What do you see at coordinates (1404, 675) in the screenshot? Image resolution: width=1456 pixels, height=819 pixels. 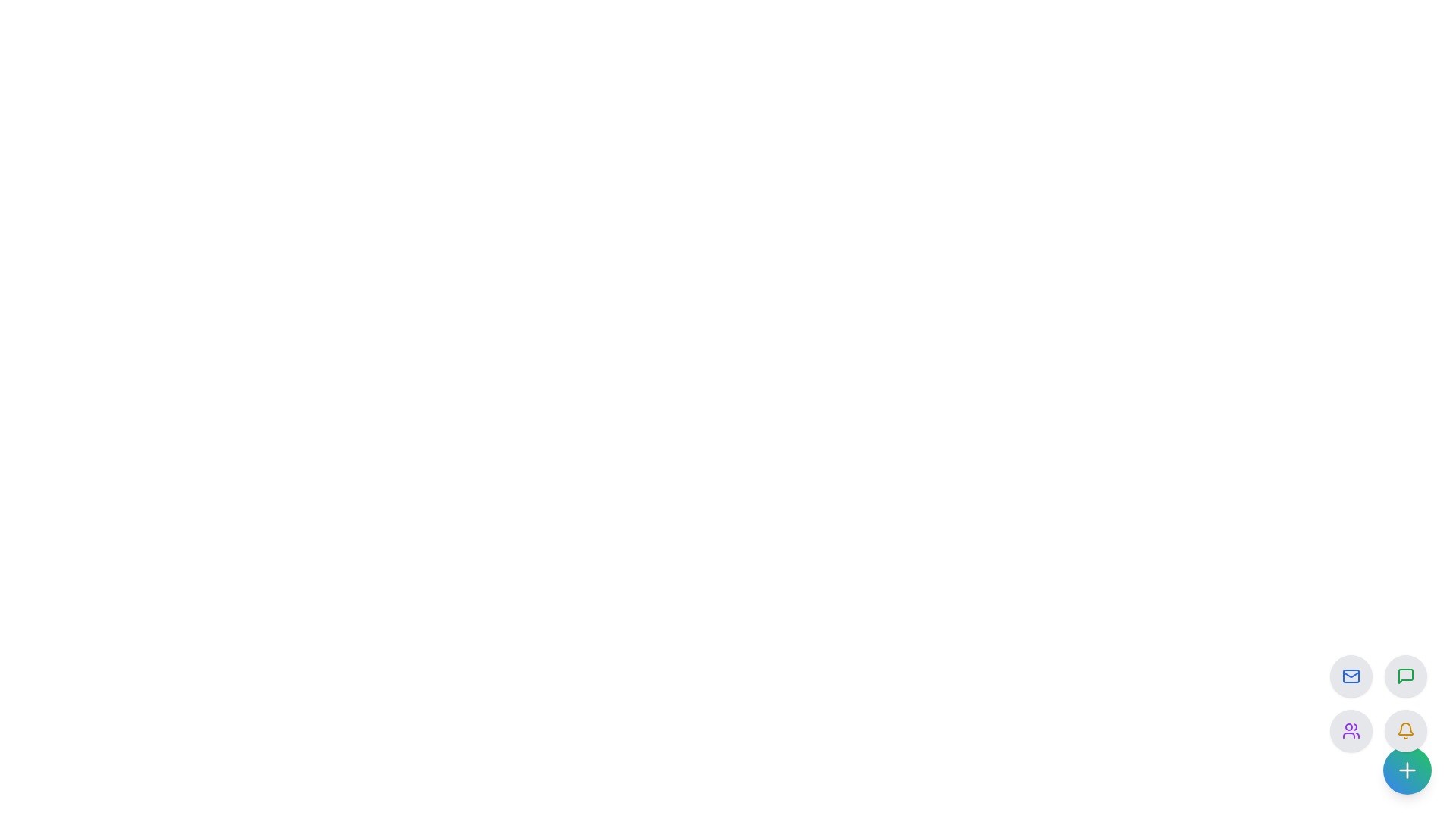 I see `the top-right circular button with a light gray background and a green message-square icon to initiate a chat` at bounding box center [1404, 675].